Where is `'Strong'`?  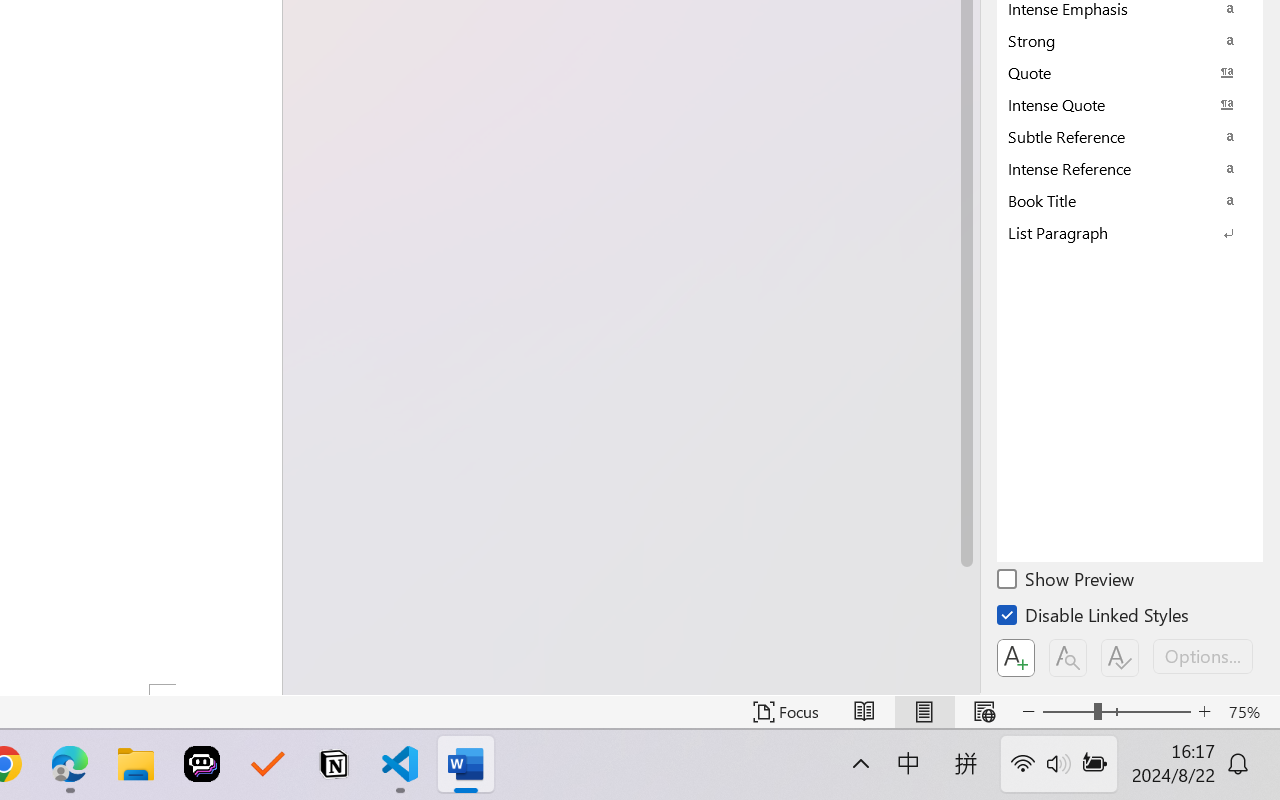
'Strong' is located at coordinates (1130, 39).